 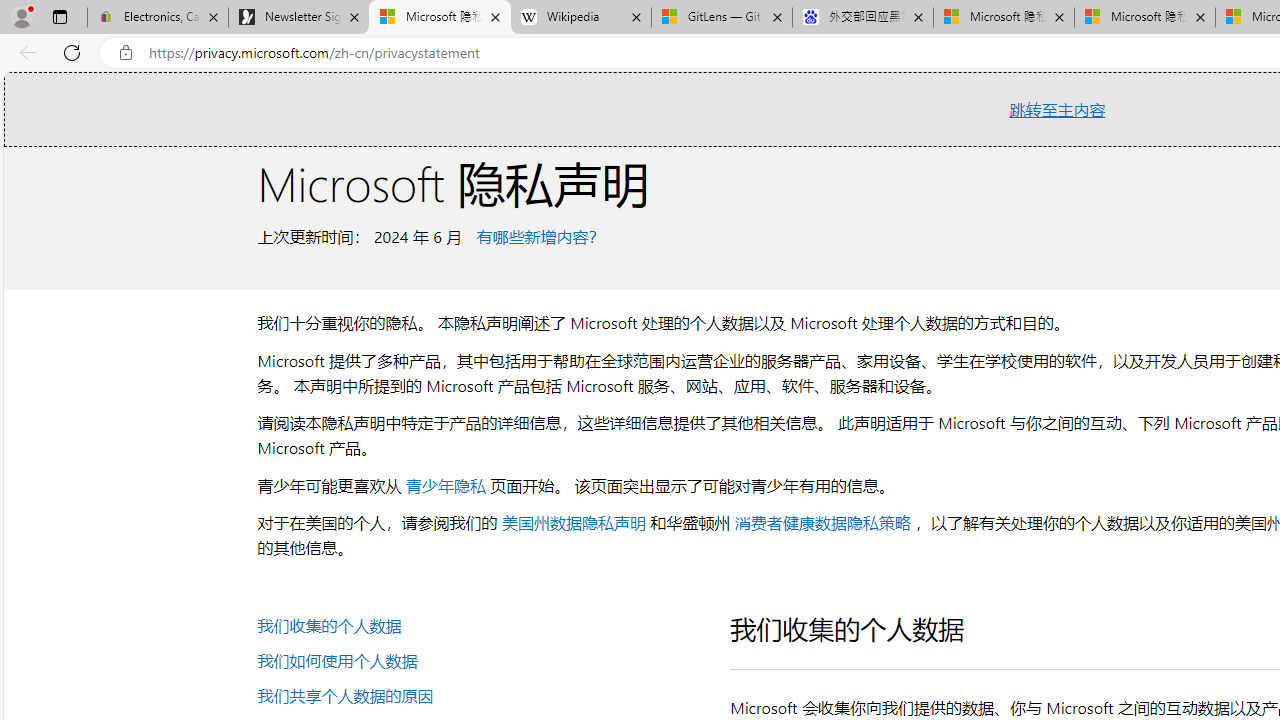 What do you see at coordinates (297, 17) in the screenshot?
I see `'Newsletter Sign Up'` at bounding box center [297, 17].